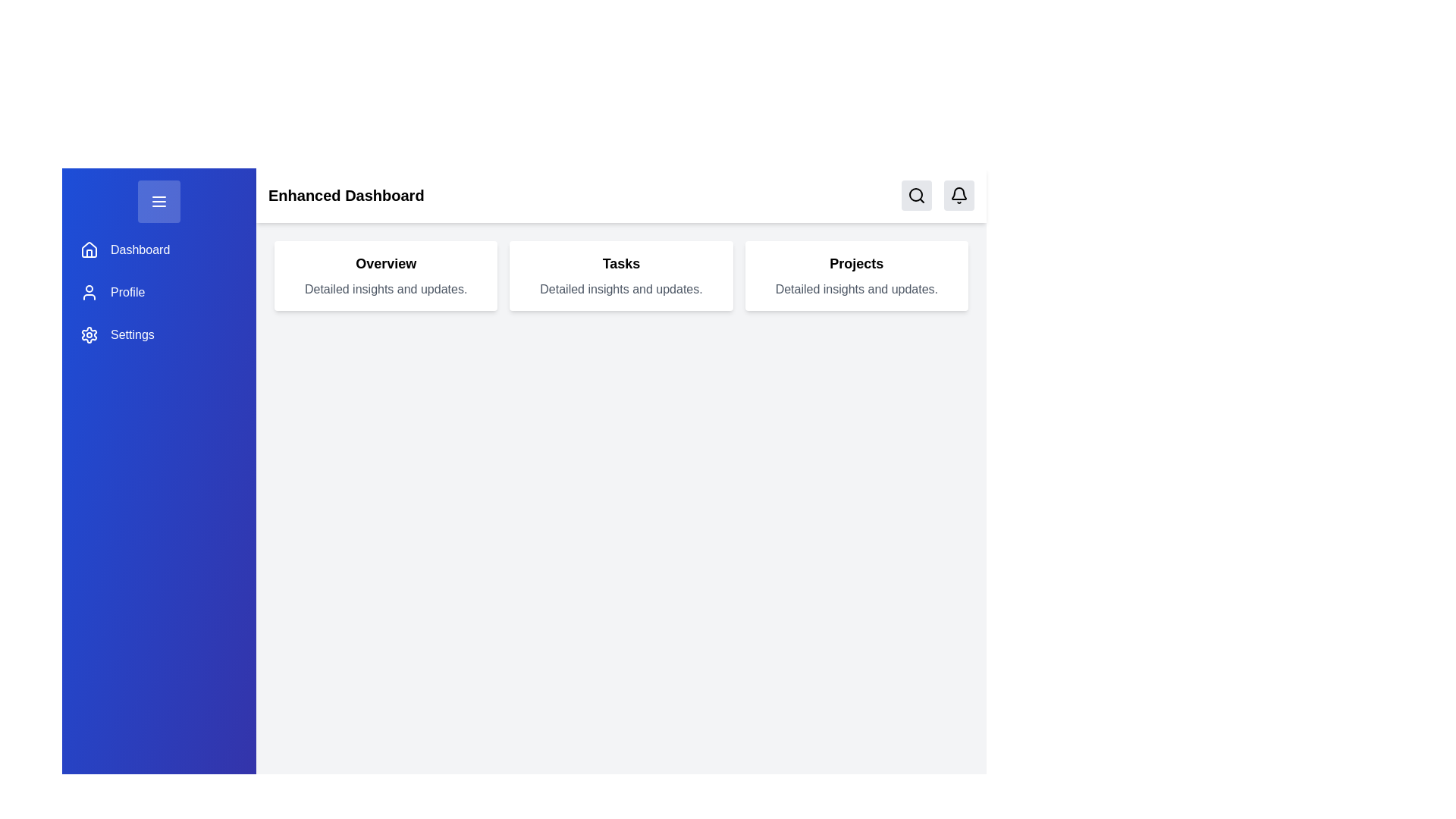 This screenshot has width=1456, height=819. What do you see at coordinates (916, 195) in the screenshot?
I see `the magnifying glass icon located at the top-right corner of the interface` at bounding box center [916, 195].